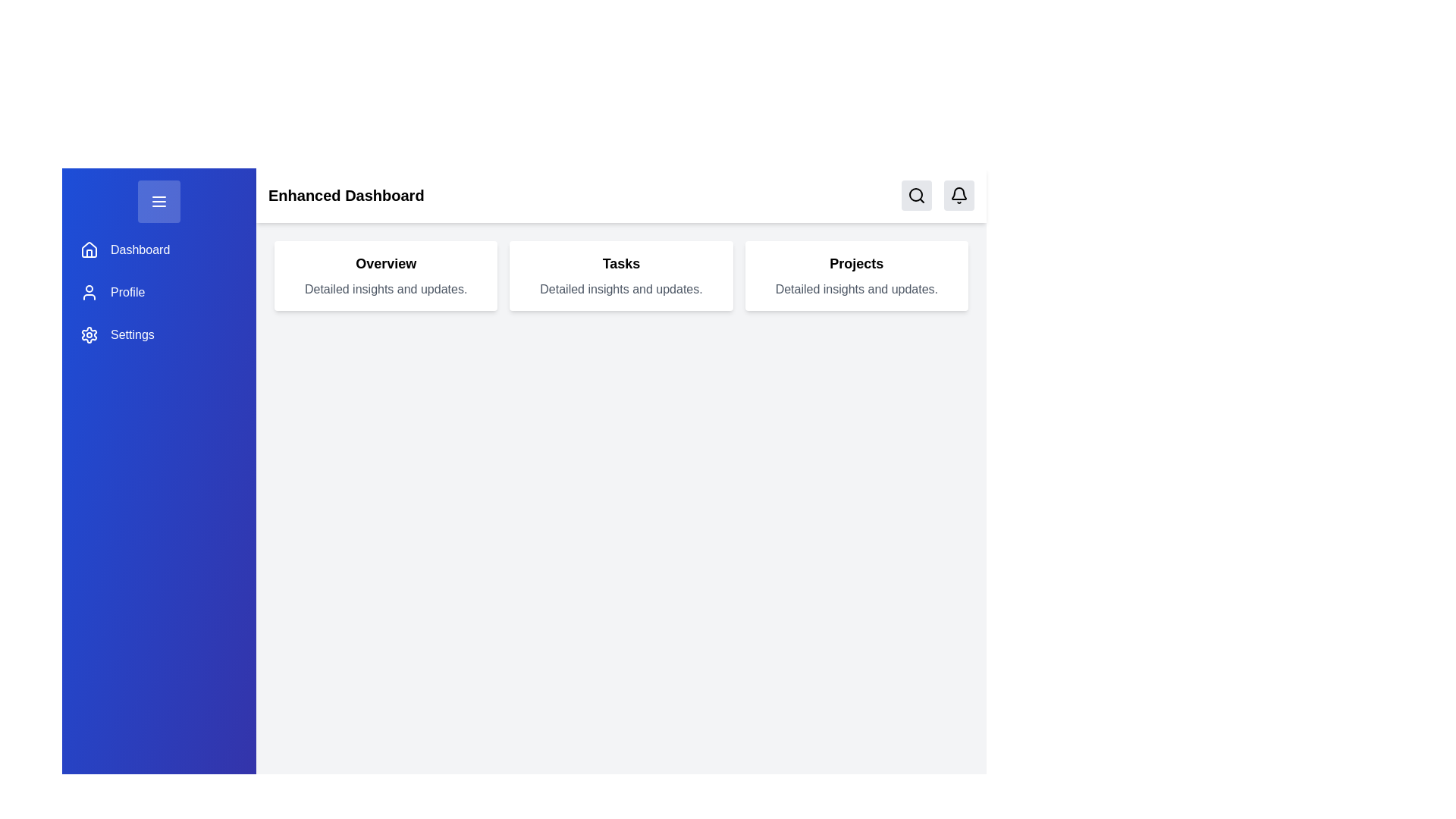 This screenshot has width=1456, height=819. What do you see at coordinates (916, 195) in the screenshot?
I see `the magnifying glass icon located at the top-right corner of the interface` at bounding box center [916, 195].